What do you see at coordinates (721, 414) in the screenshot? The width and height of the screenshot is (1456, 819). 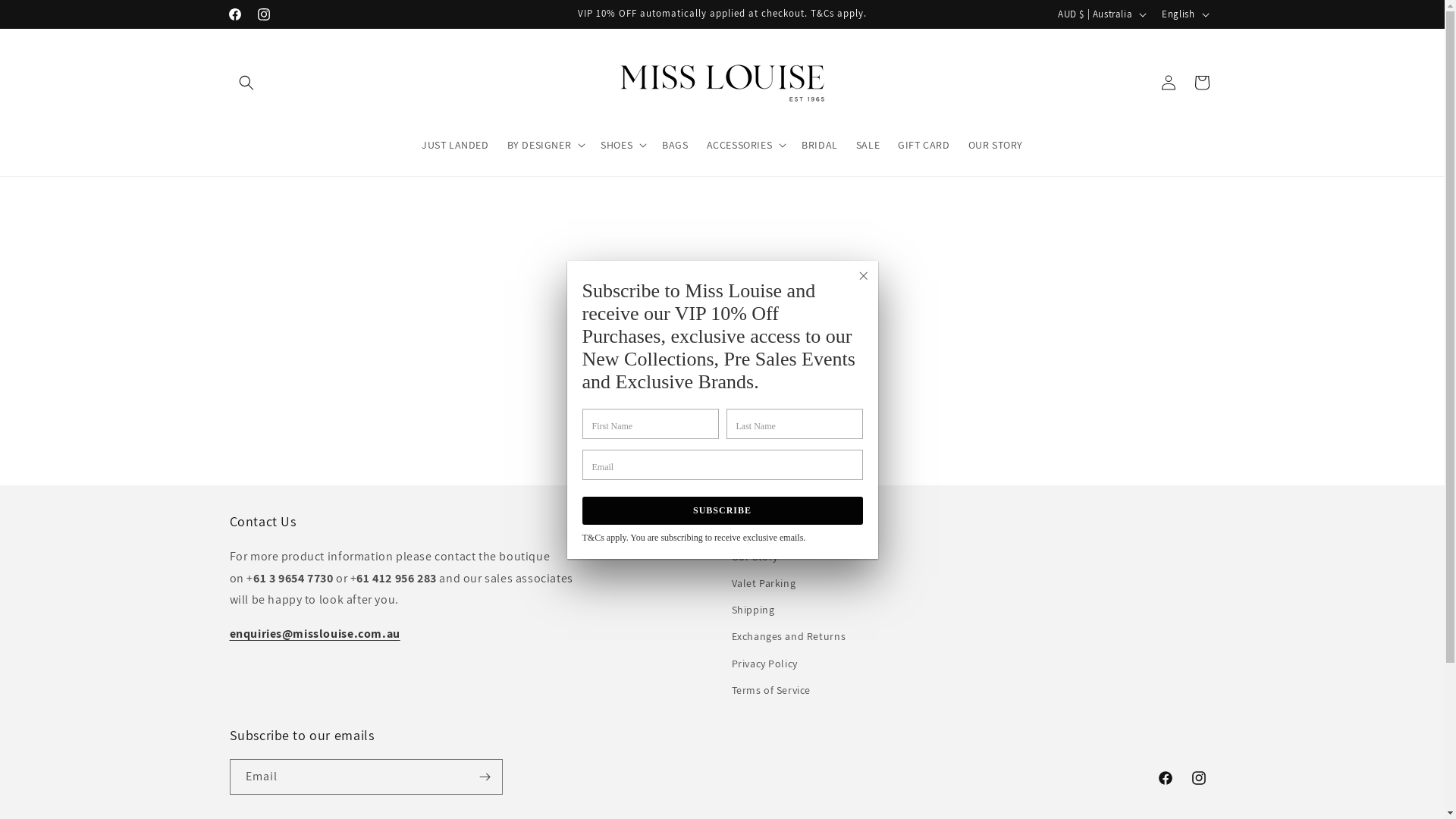 I see `'Continue shopping'` at bounding box center [721, 414].